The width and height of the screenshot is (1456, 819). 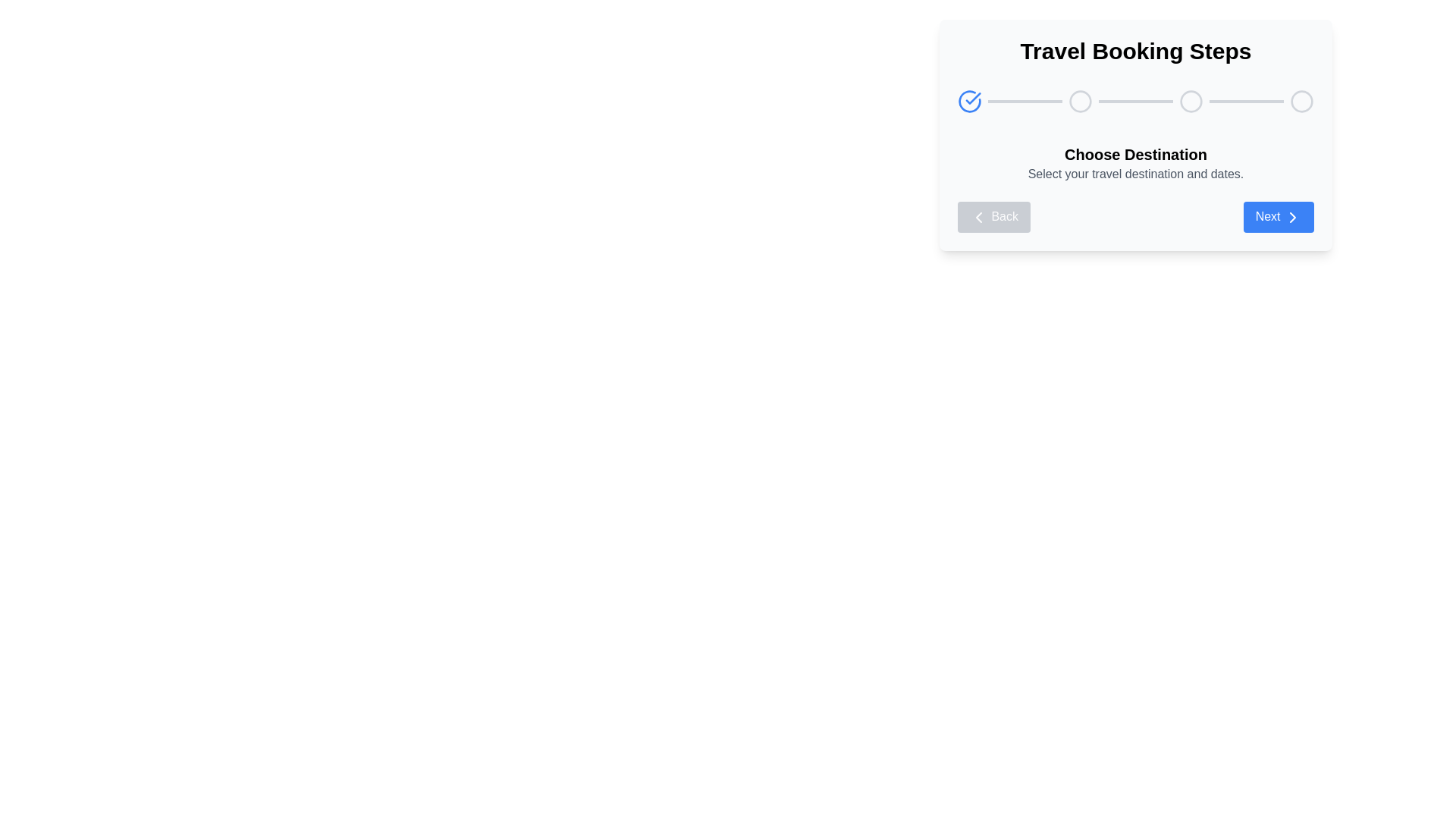 I want to click on the progress bar with step indicators located centrally below the 'Travel Booking Steps' heading and above the 'Choose Destination' section, so click(x=1135, y=102).